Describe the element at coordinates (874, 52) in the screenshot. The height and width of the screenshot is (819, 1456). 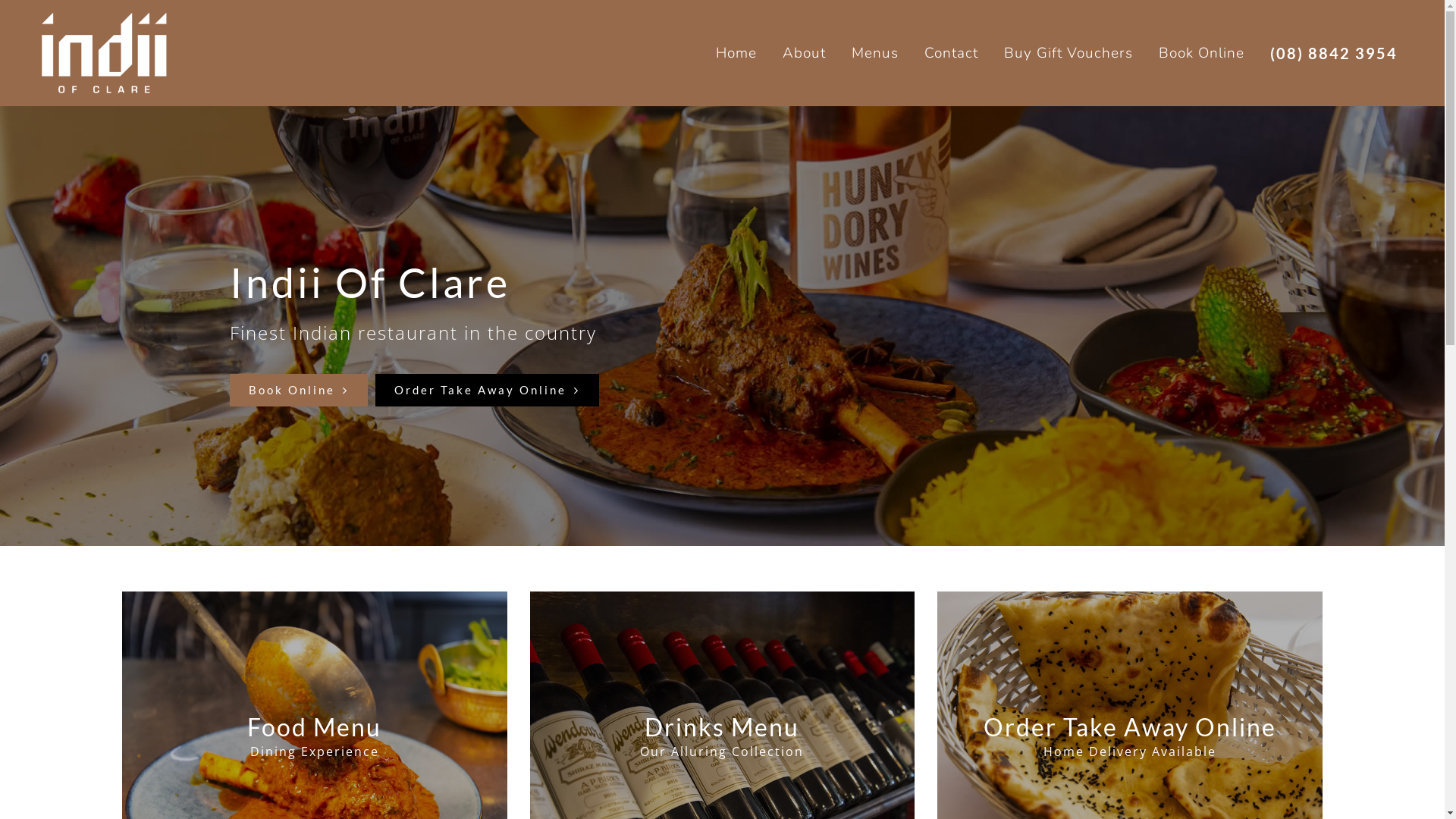
I see `'Menus'` at that location.